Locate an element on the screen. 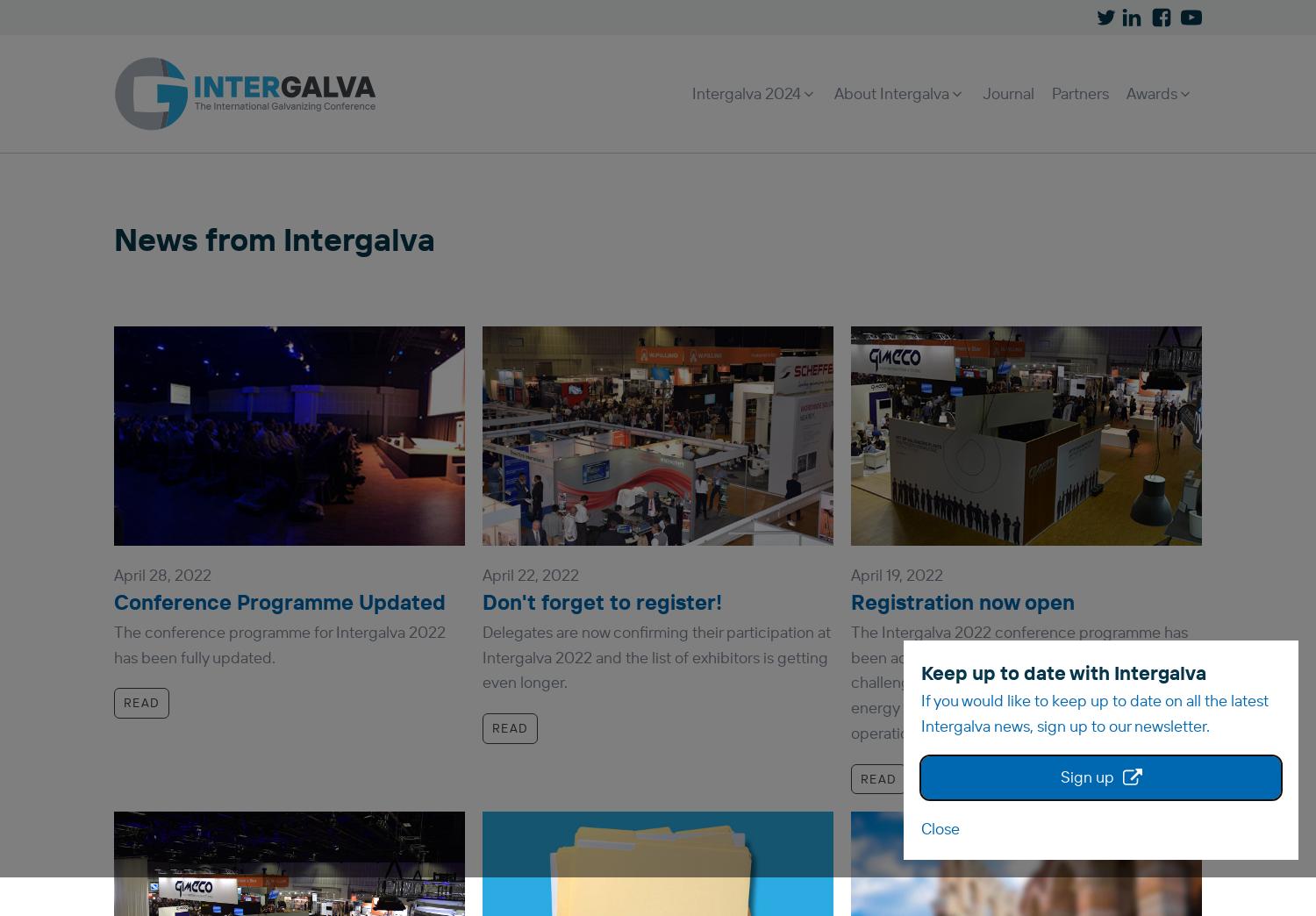 The width and height of the screenshot is (1316, 916). 'Global Galvanizing Awards 2012' is located at coordinates (937, 287).